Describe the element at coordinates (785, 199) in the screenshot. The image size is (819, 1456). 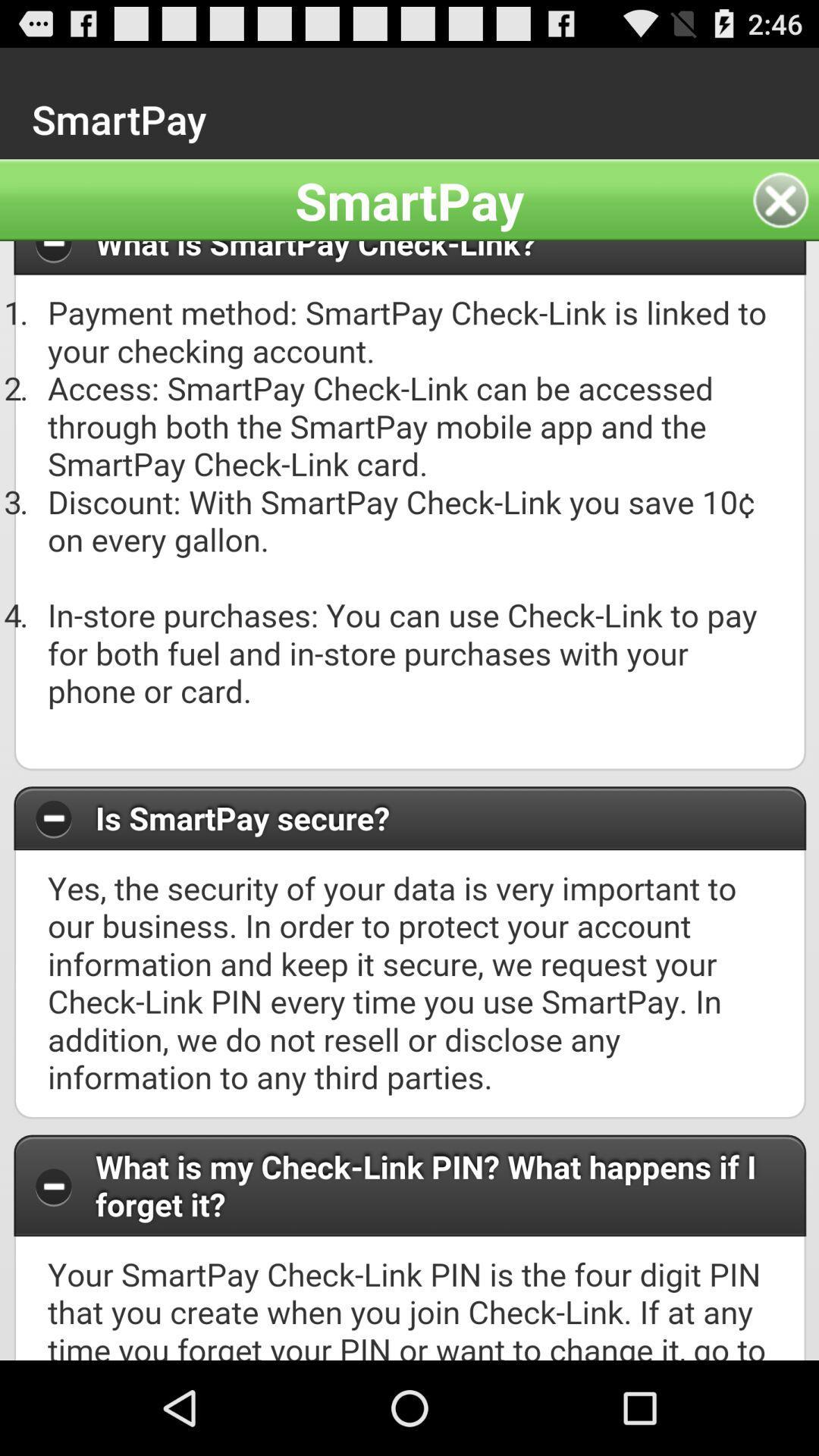
I see `page` at that location.